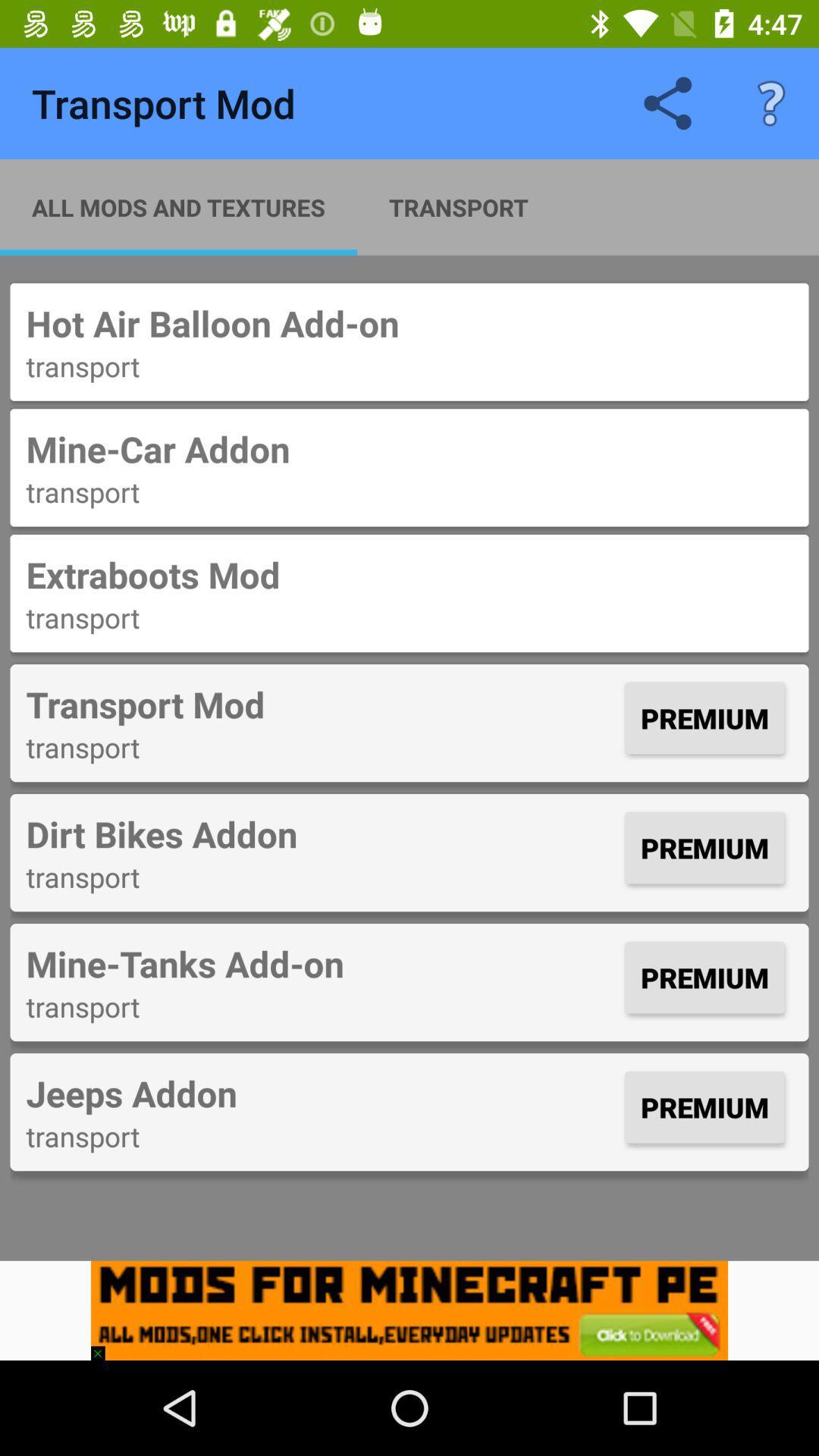 The width and height of the screenshot is (819, 1456). What do you see at coordinates (321, 1093) in the screenshot?
I see `the icon below transport item` at bounding box center [321, 1093].